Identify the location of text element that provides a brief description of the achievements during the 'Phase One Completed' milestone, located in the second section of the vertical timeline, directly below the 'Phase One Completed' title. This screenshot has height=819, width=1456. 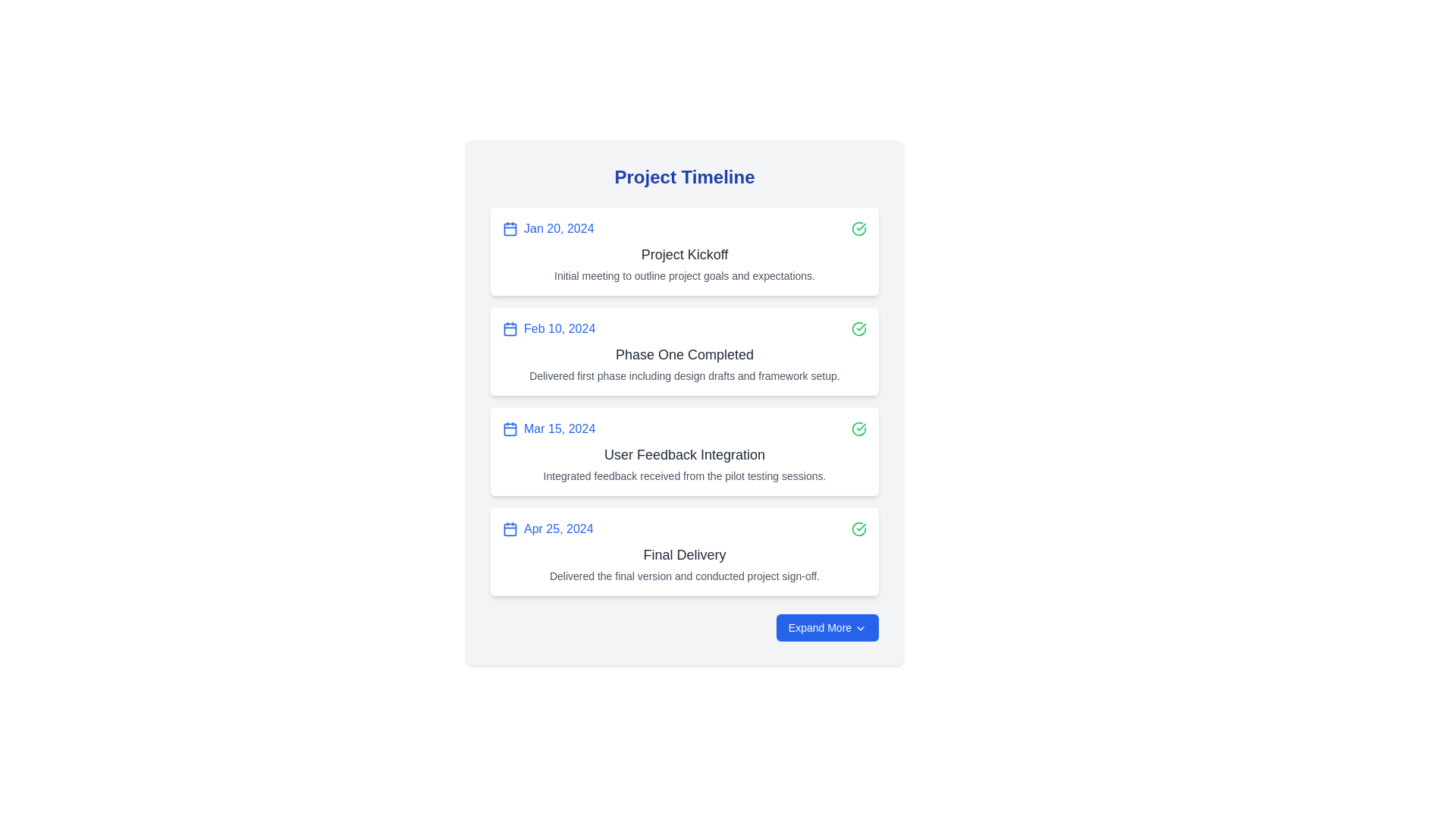
(683, 375).